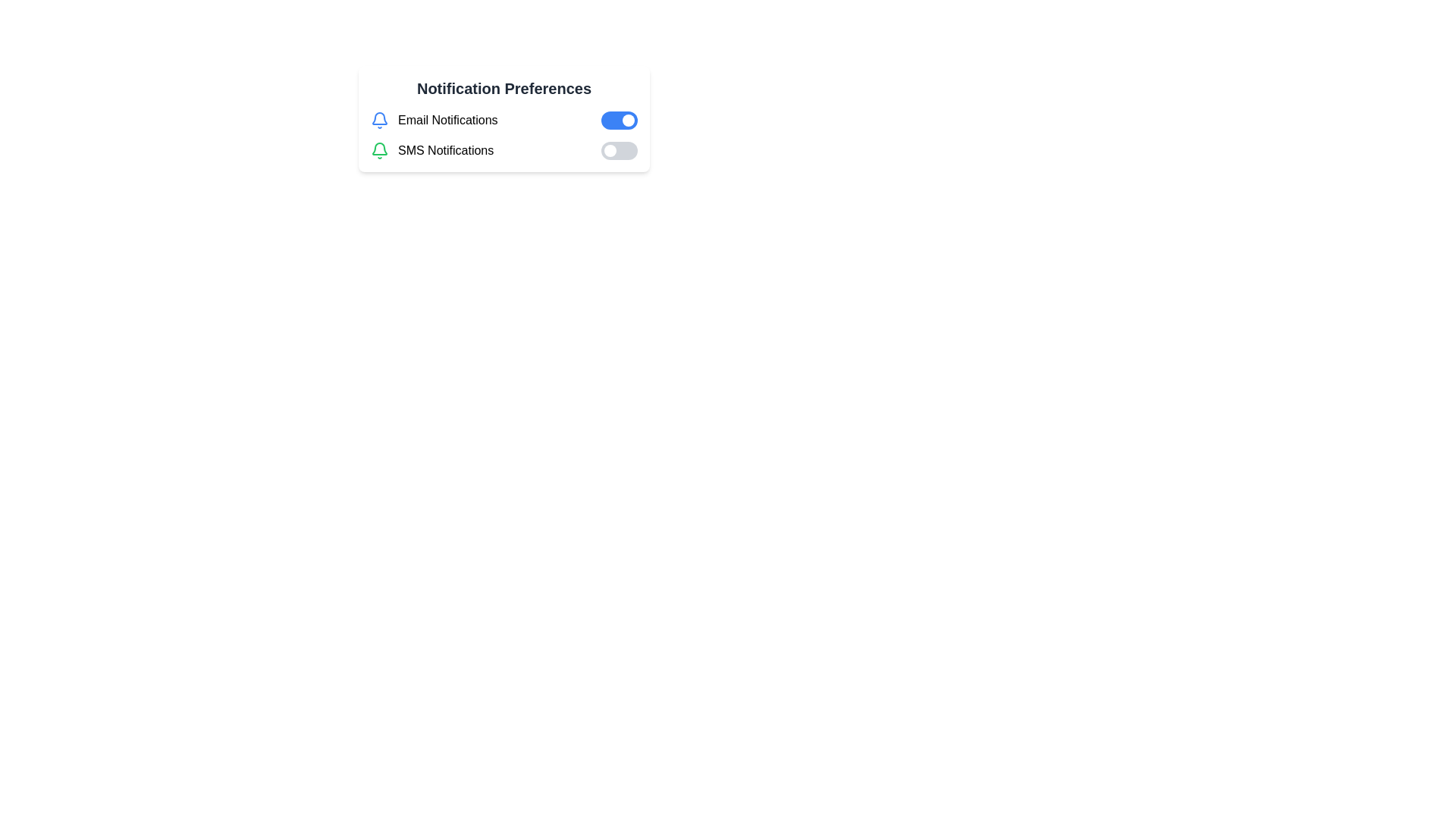 The image size is (1456, 819). Describe the element at coordinates (619, 119) in the screenshot. I see `the toggle switch located at the right end of the row labeled 'Email Notifications' to change its position` at that location.